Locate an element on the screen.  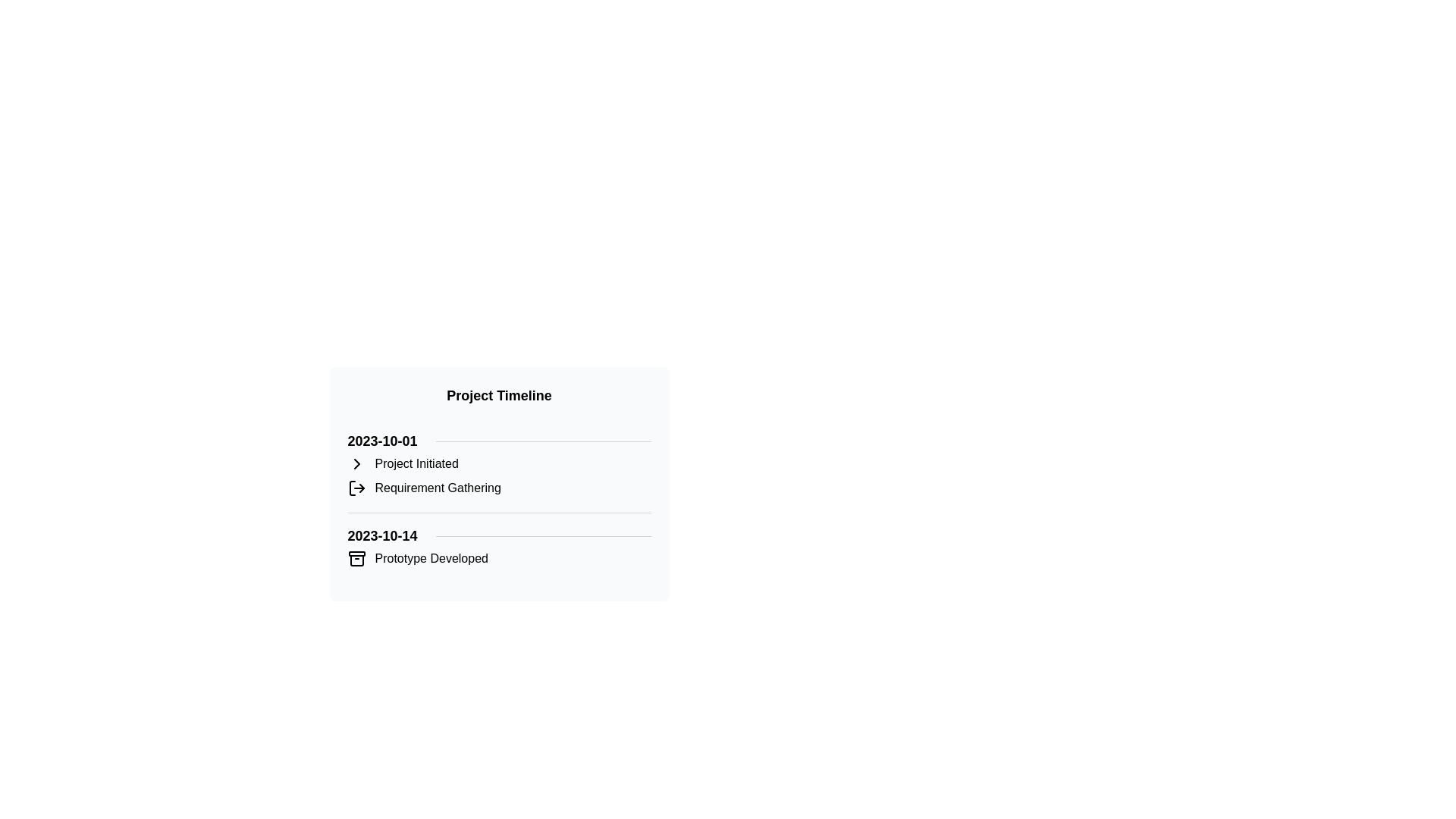
the decorative visual component resembling a lid on the archive box icon located within the timeline entry dated '2023-10-14' is located at coordinates (356, 554).